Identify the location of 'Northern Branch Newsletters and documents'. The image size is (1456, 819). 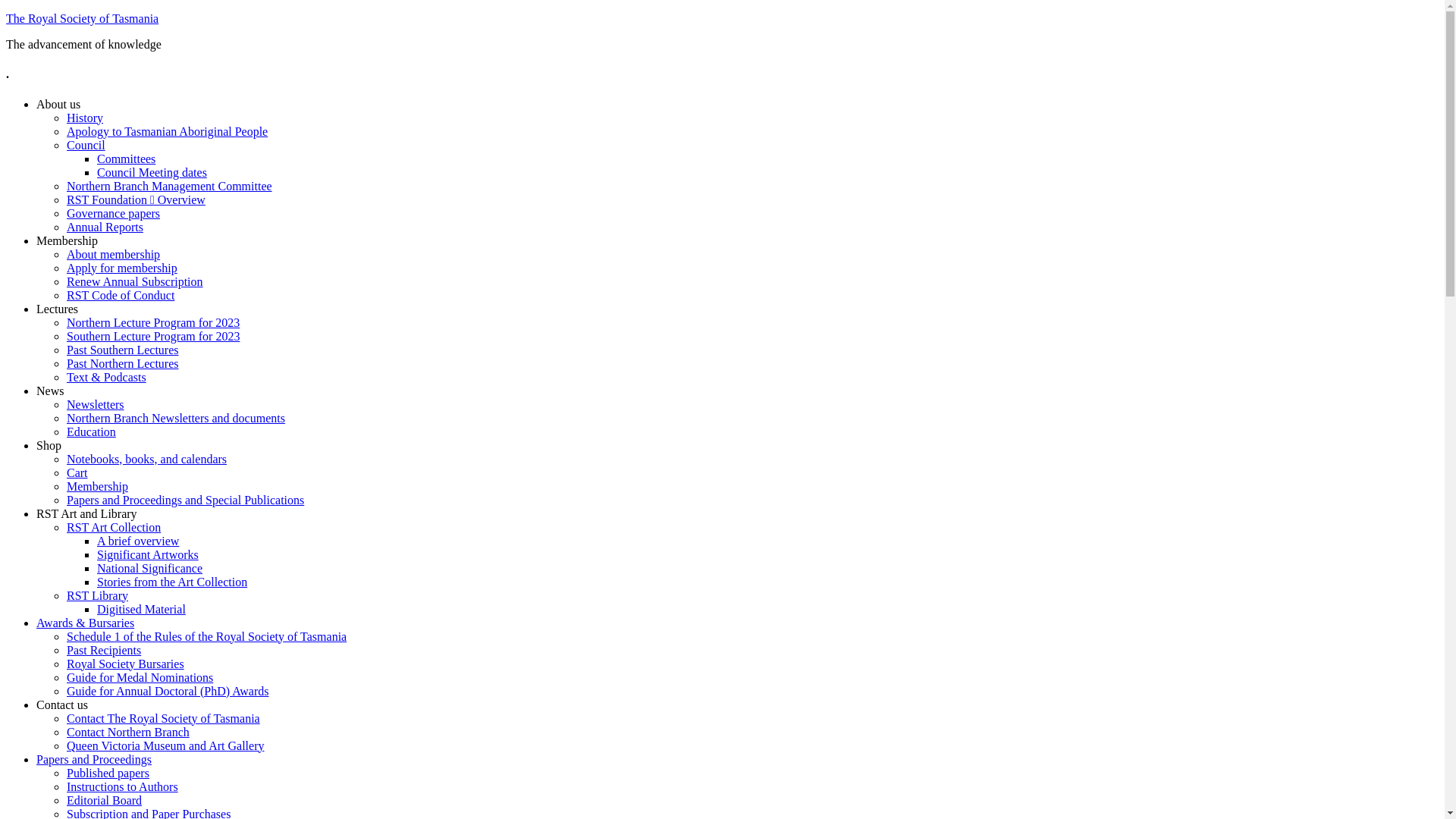
(175, 418).